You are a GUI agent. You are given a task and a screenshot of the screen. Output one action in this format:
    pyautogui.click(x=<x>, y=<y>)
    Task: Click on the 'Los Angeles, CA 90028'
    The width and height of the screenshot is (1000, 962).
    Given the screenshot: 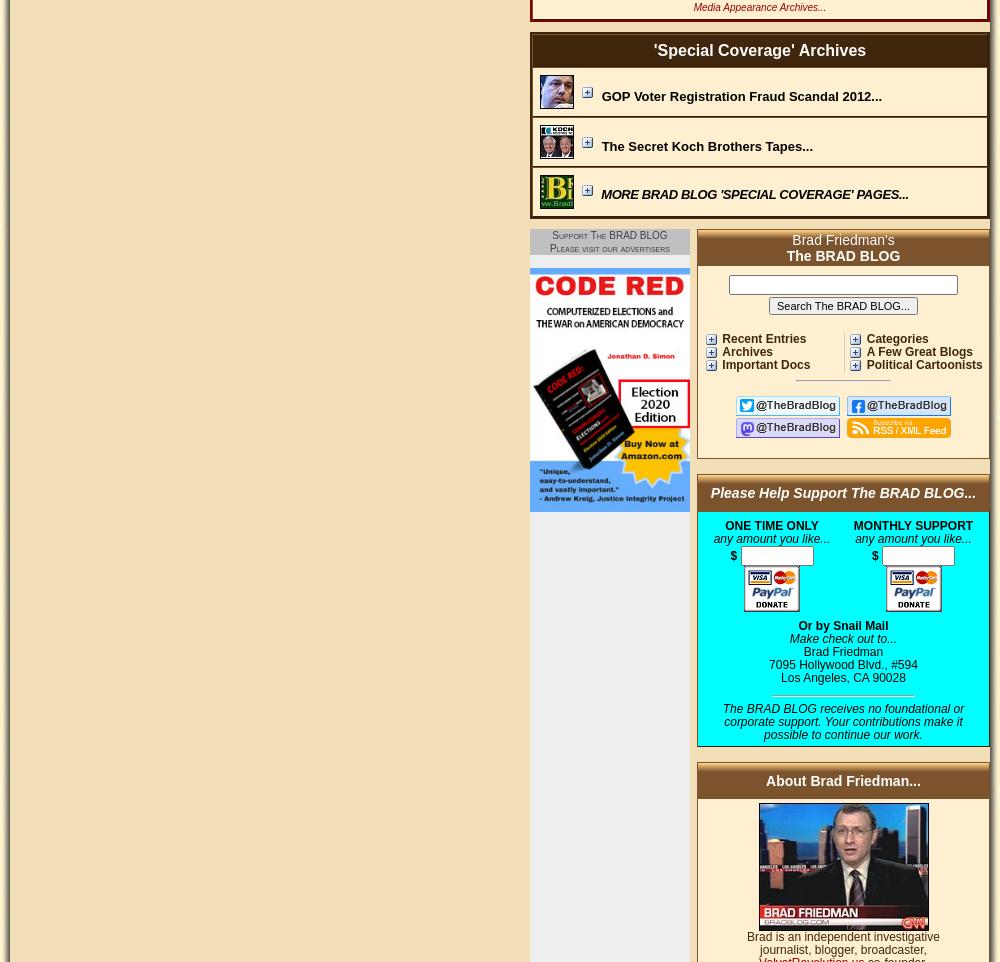 What is the action you would take?
    pyautogui.click(x=842, y=677)
    